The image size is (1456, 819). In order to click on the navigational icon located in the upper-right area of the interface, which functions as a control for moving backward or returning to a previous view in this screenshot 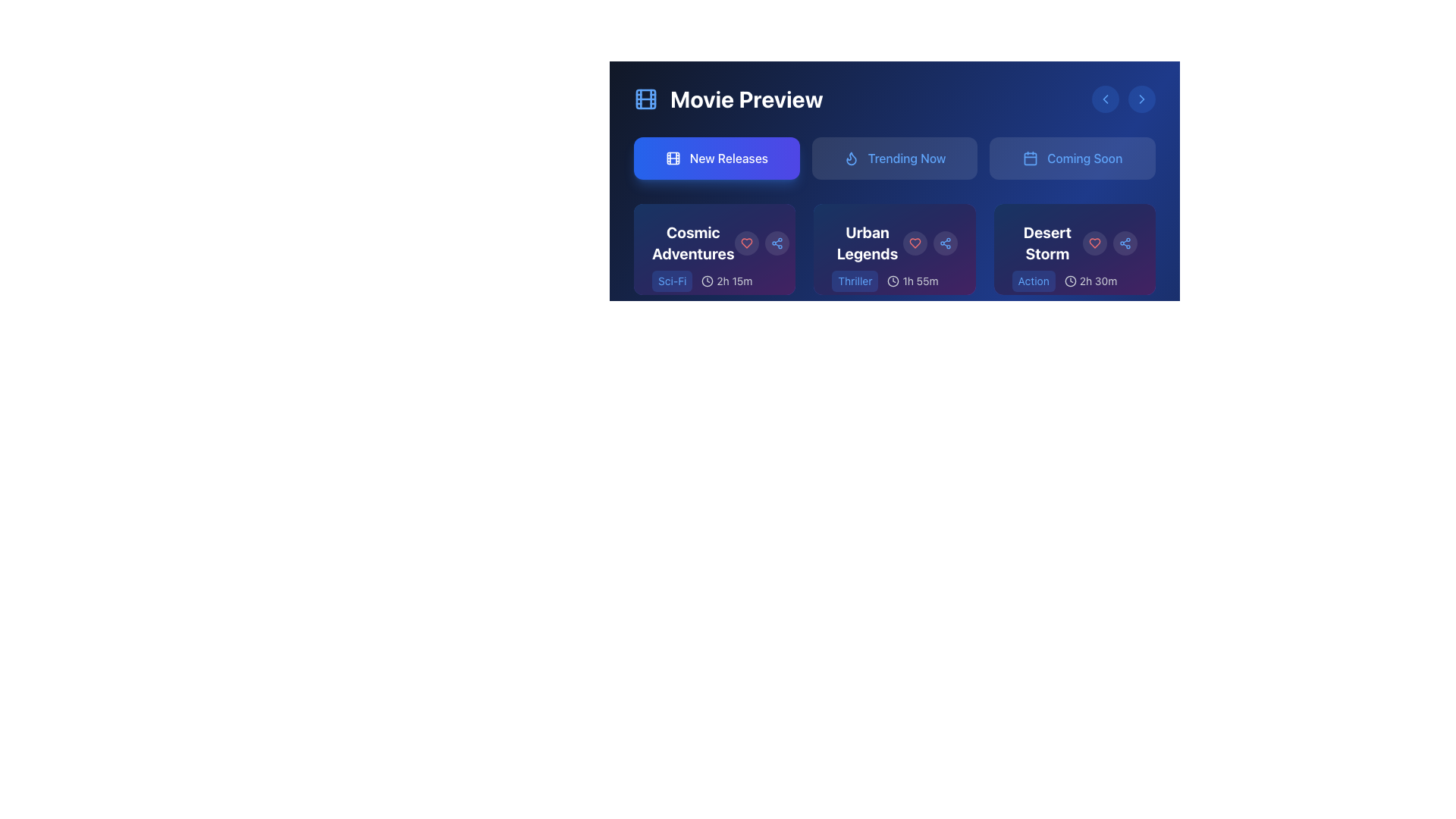, I will do `click(1106, 99)`.